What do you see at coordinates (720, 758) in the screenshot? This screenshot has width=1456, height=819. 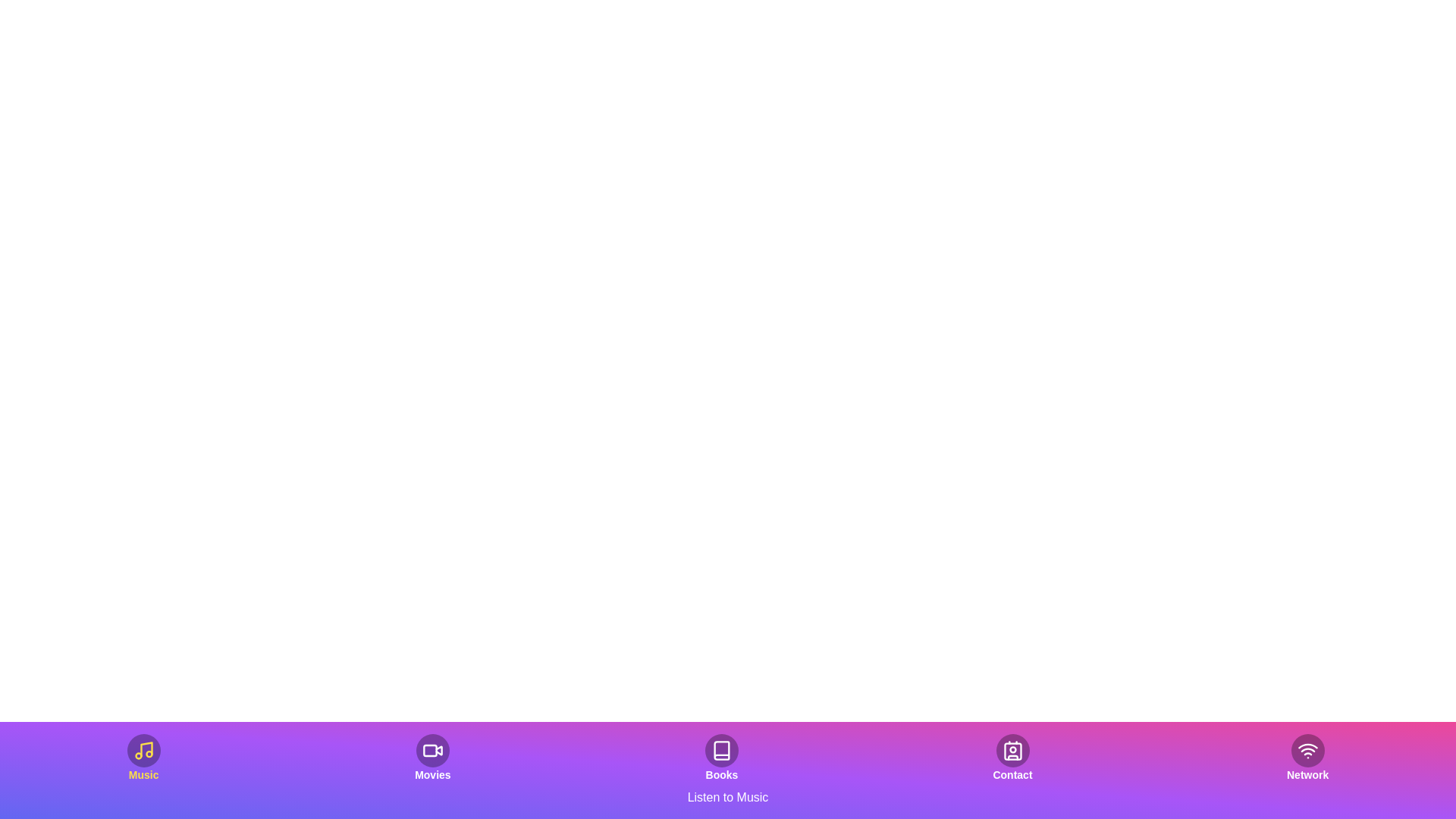 I see `the button labeled 'Books' to observe the visual effect` at bounding box center [720, 758].